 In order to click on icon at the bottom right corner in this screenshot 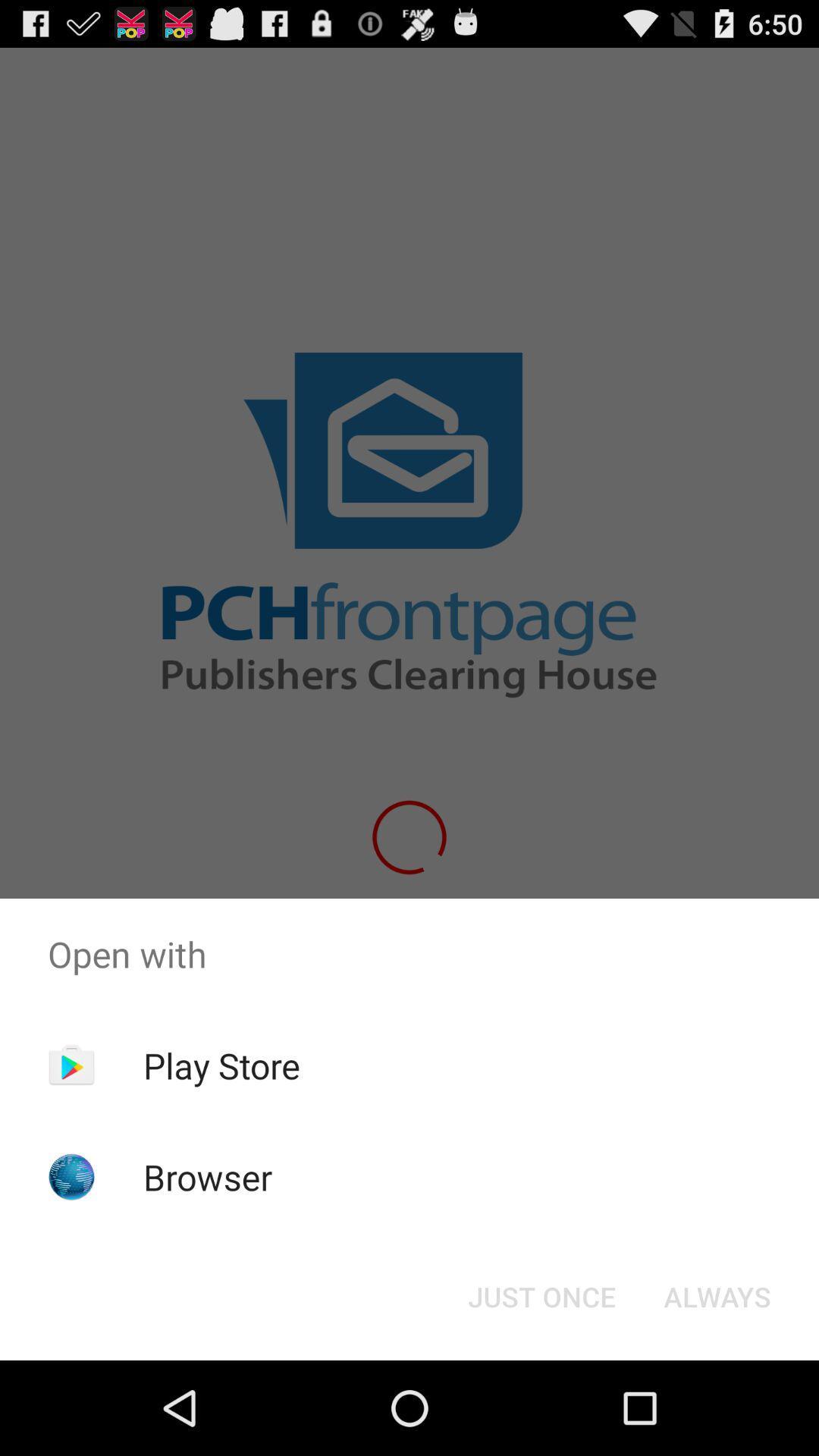, I will do `click(717, 1295)`.